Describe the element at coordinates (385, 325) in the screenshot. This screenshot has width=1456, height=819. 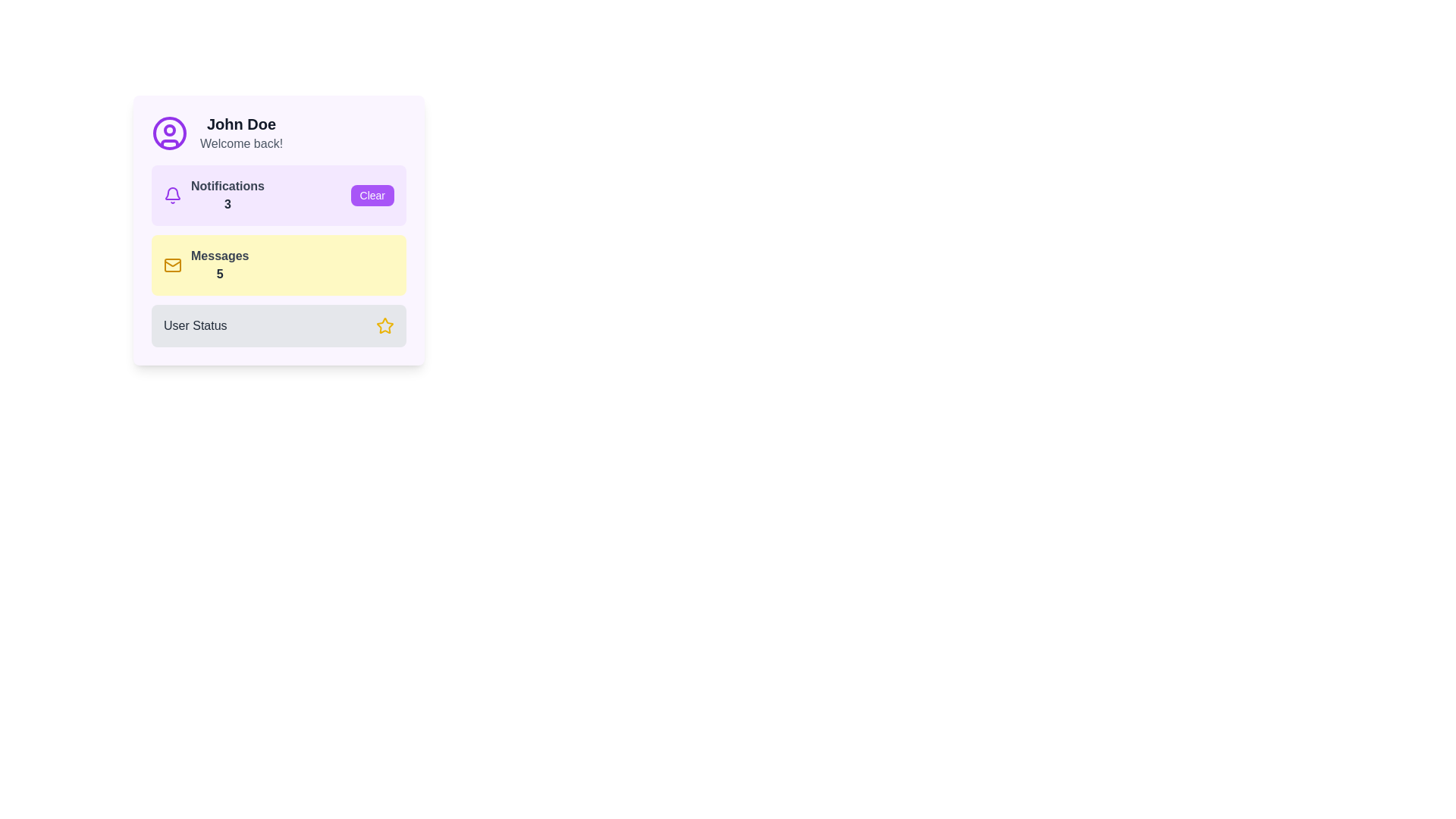
I see `the star icon with a yellow outline located in the 'User Status' section` at that location.